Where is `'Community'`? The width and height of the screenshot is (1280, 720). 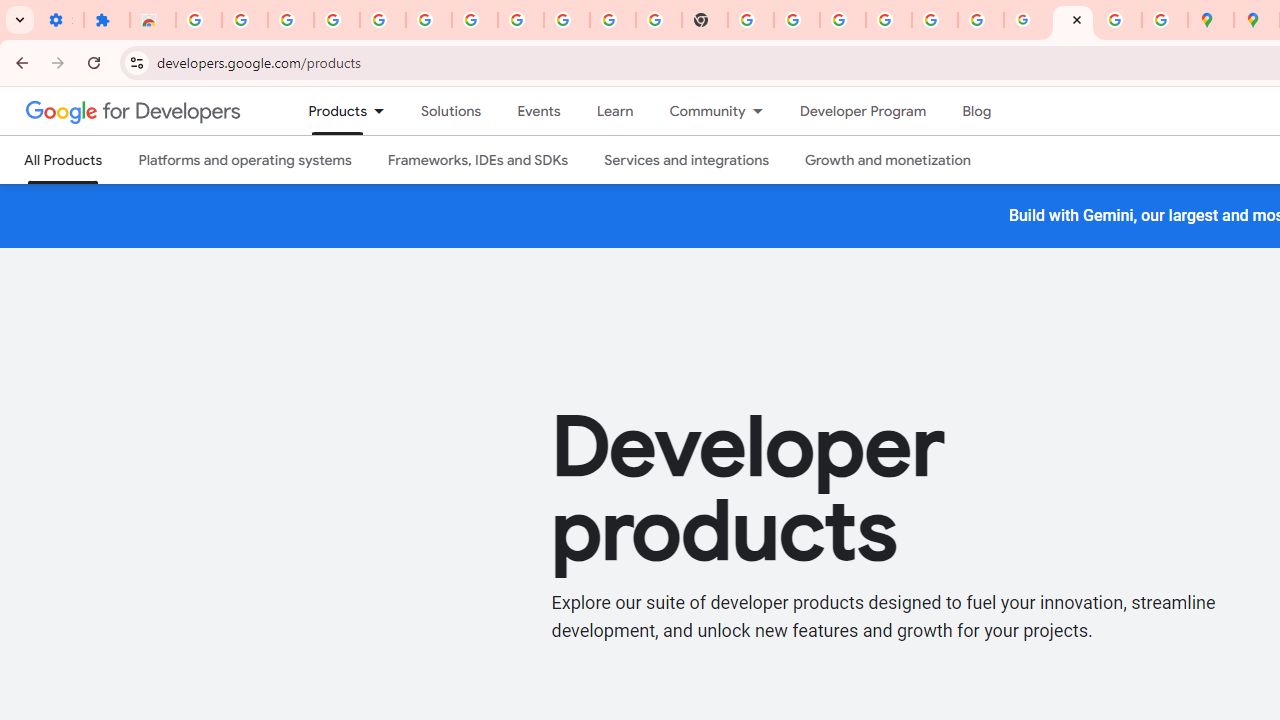
'Community' is located at coordinates (698, 111).